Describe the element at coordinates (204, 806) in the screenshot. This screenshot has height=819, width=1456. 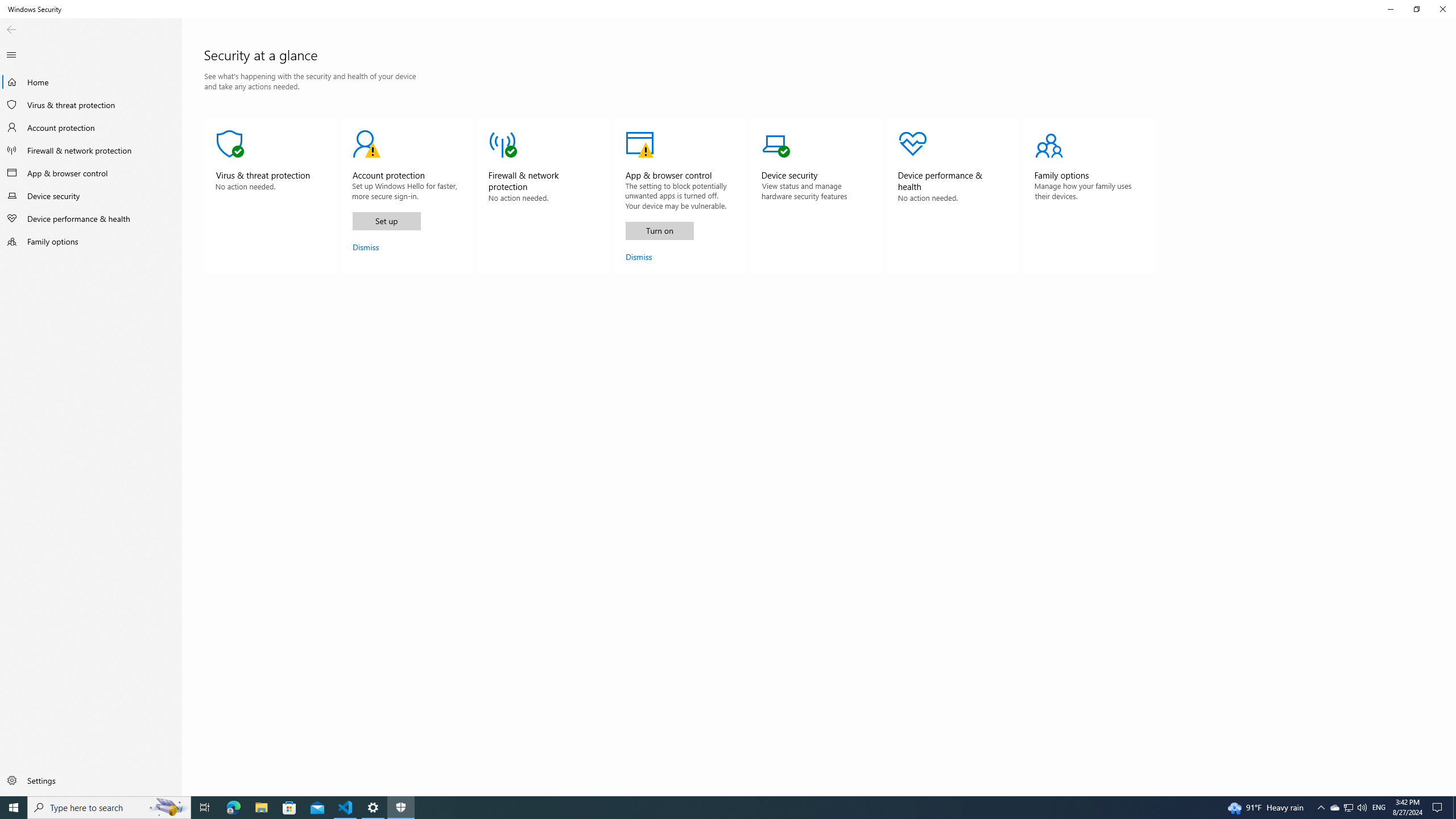
I see `'Task View'` at that location.